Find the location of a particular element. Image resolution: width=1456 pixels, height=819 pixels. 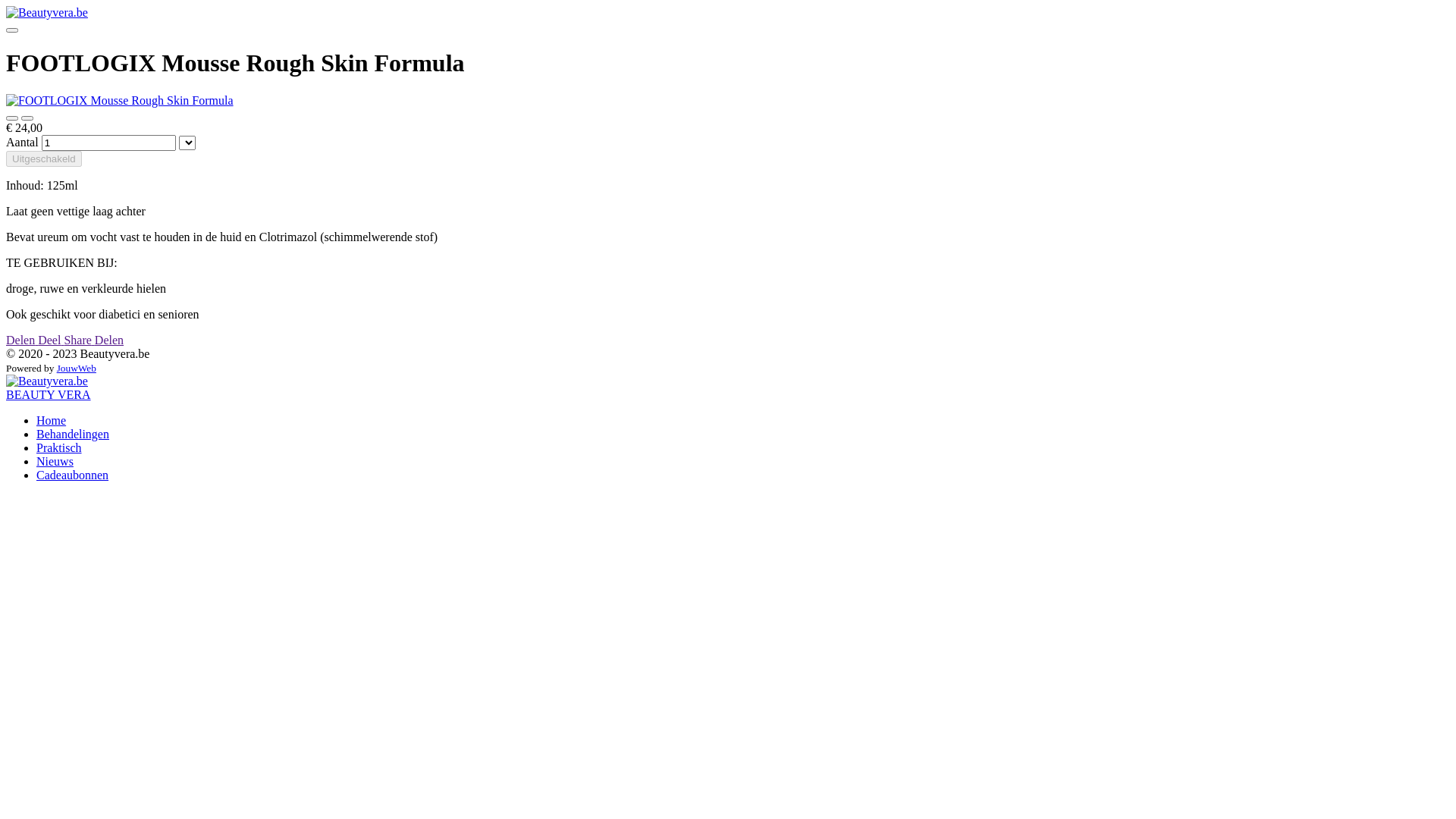

'Home' is located at coordinates (51, 420).